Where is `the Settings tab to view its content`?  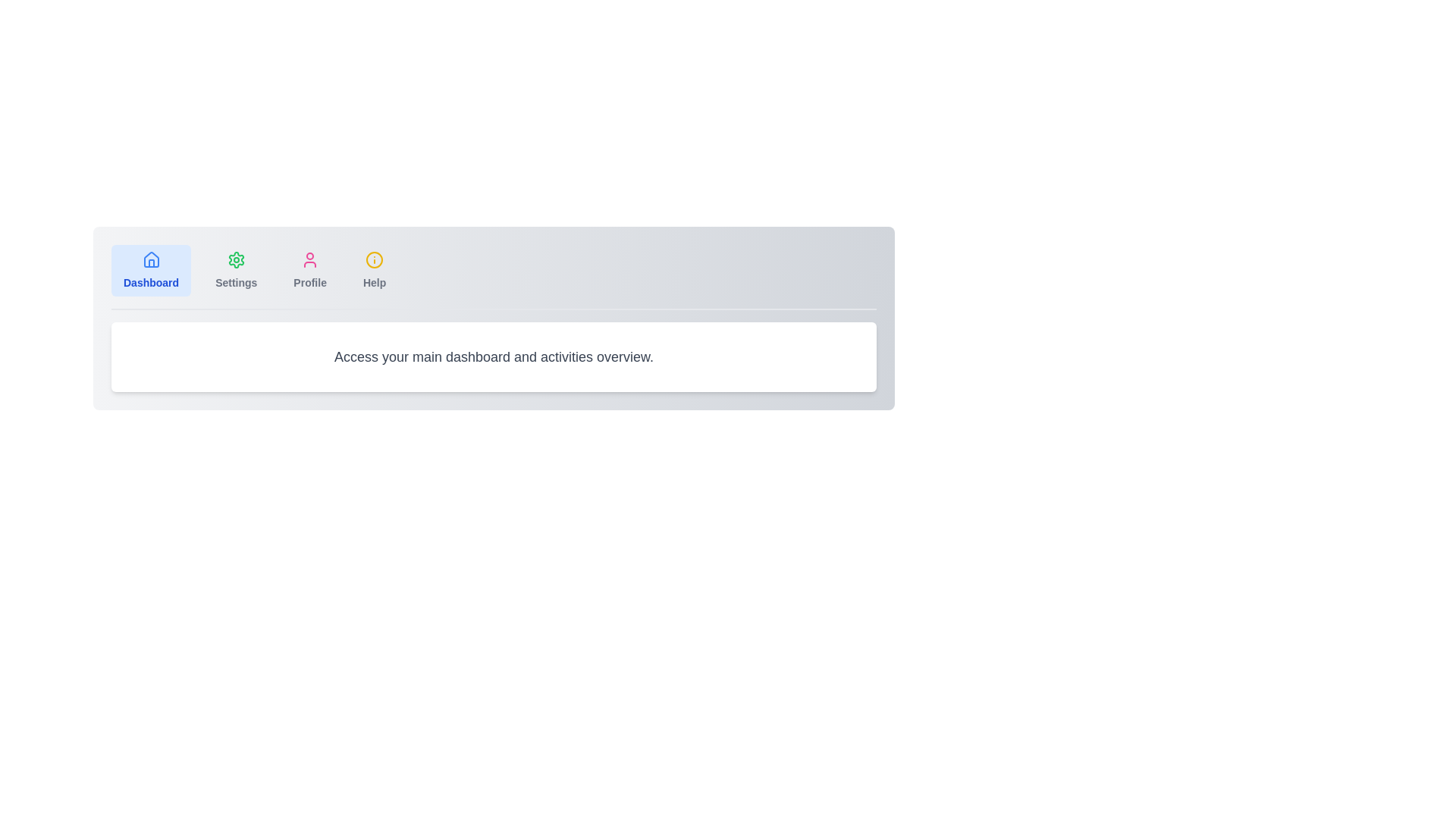
the Settings tab to view its content is located at coordinates (235, 270).